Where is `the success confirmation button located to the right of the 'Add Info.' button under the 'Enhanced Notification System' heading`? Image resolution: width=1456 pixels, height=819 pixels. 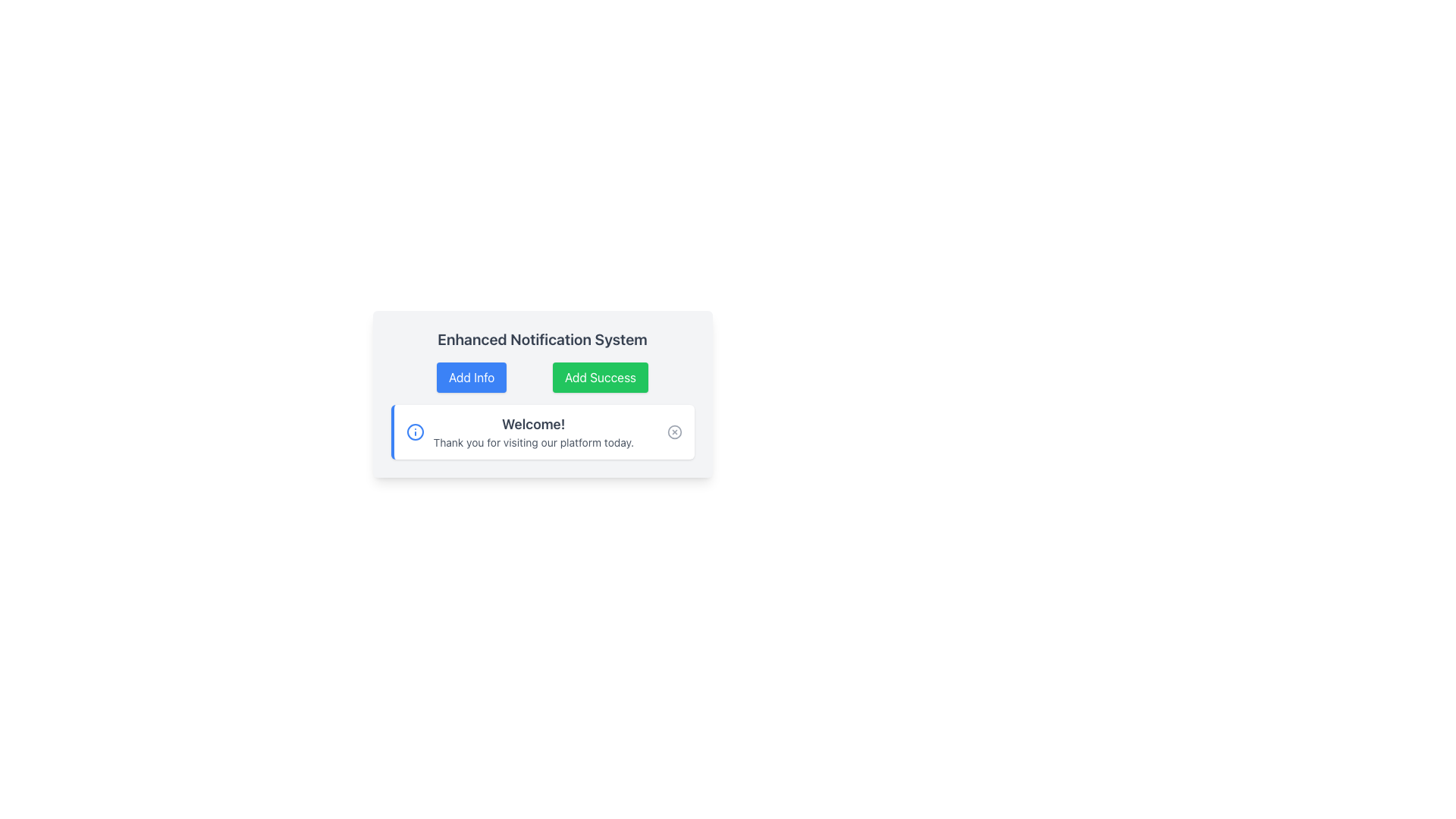
the success confirmation button located to the right of the 'Add Info.' button under the 'Enhanced Notification System' heading is located at coordinates (600, 376).